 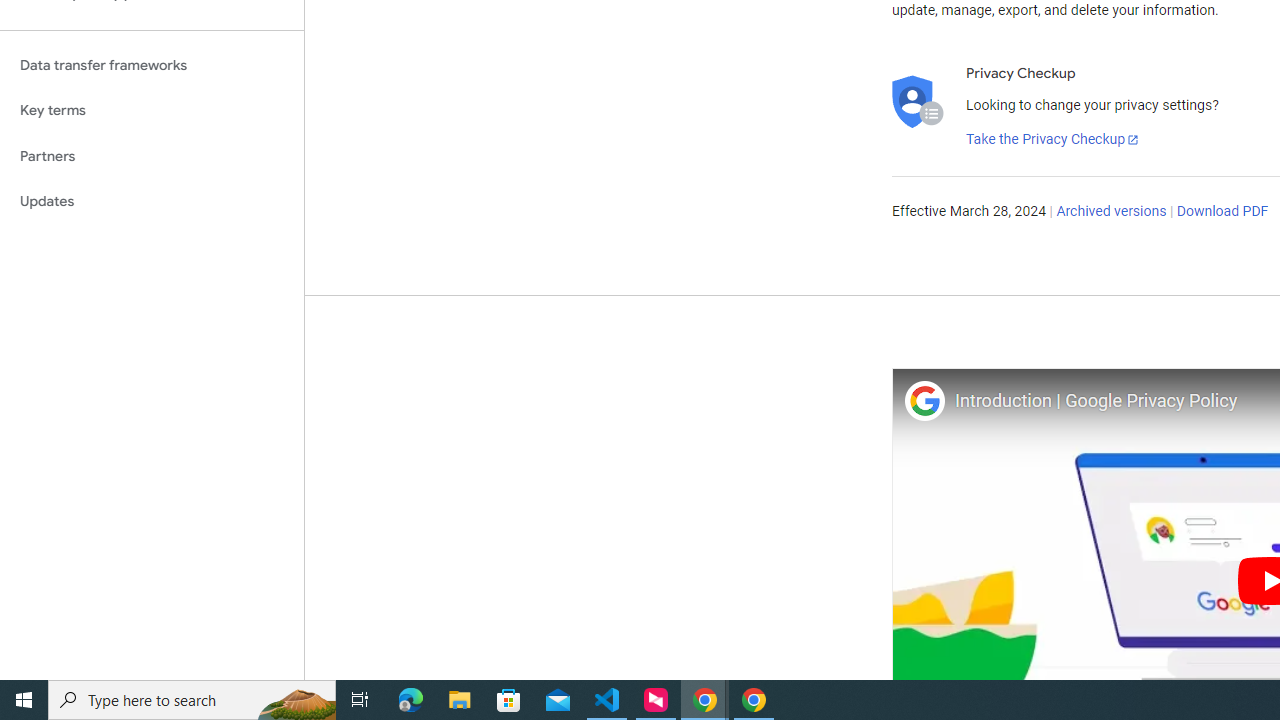 What do you see at coordinates (1110, 212) in the screenshot?
I see `'Archived versions'` at bounding box center [1110, 212].